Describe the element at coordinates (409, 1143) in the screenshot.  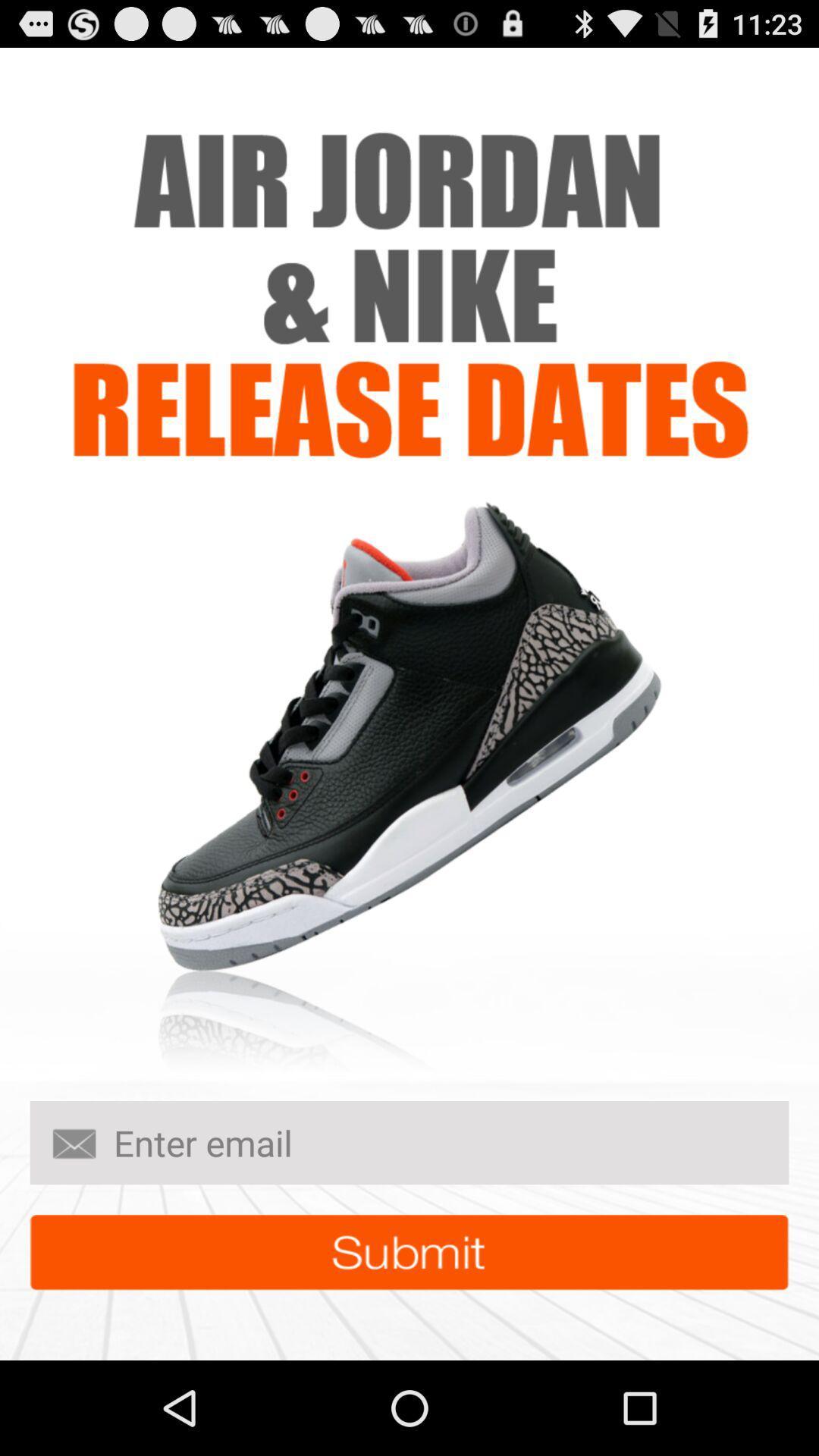
I see `email the option` at that location.